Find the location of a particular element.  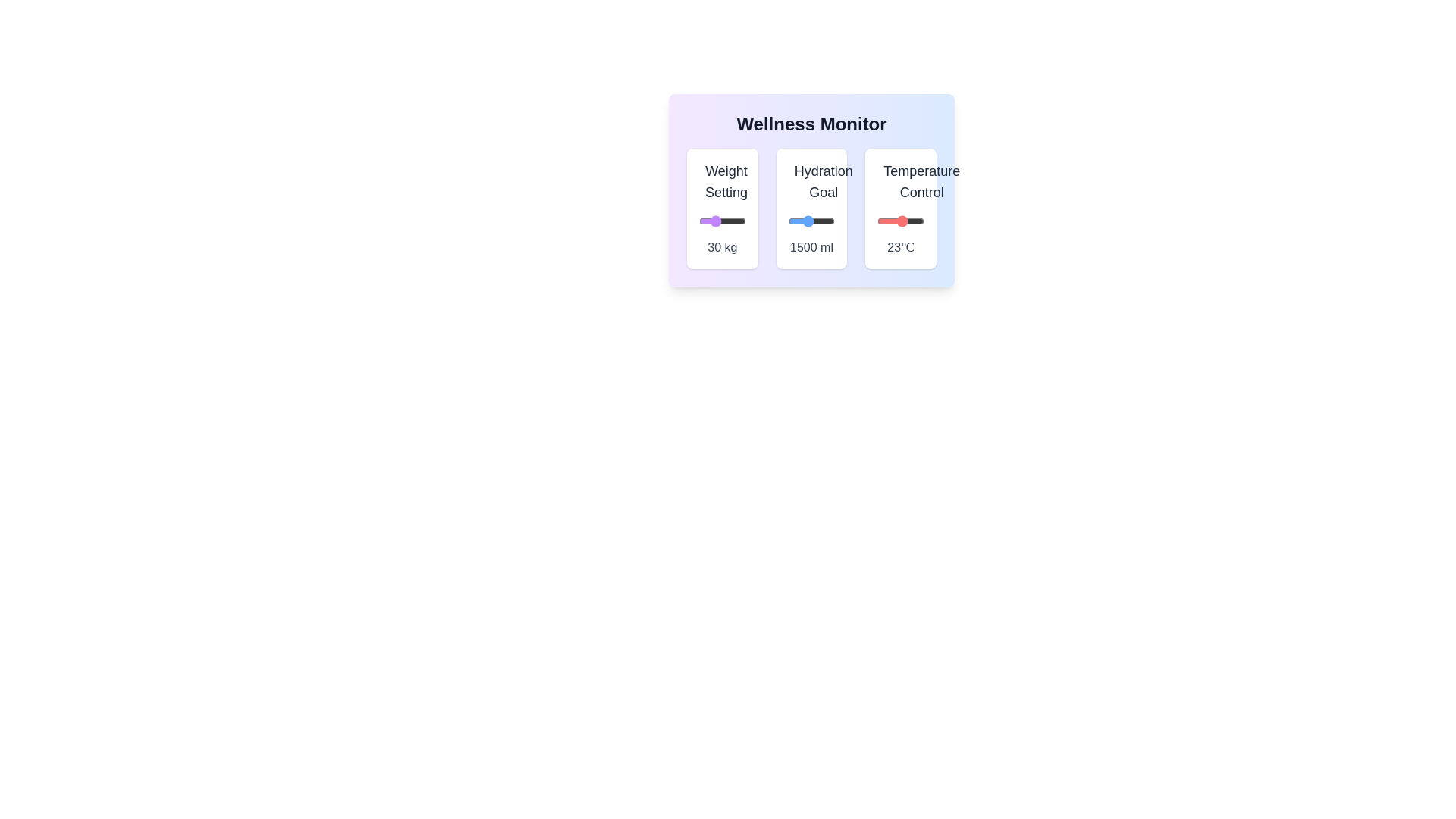

weight is located at coordinates (715, 221).